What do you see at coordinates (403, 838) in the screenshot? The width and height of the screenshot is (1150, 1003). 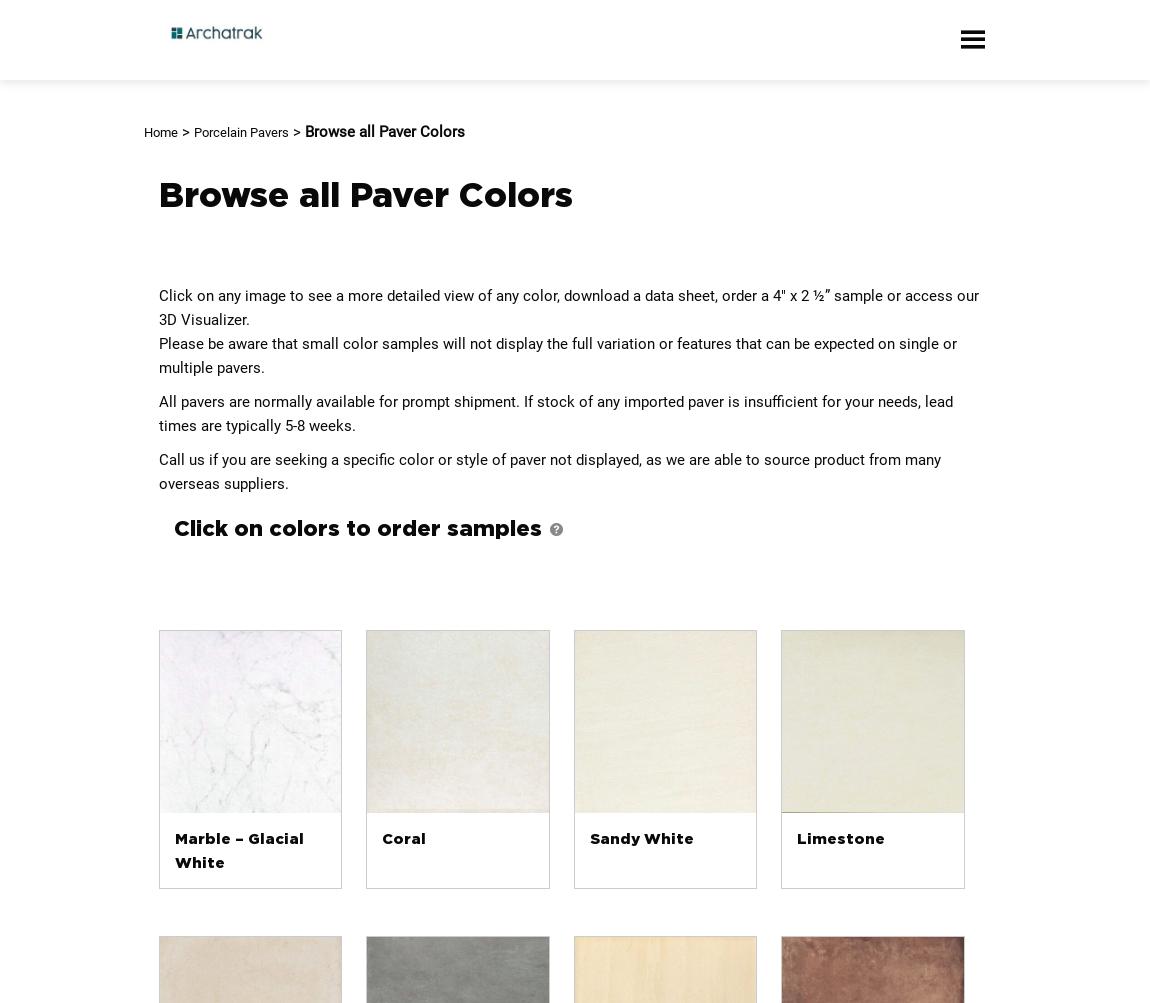 I see `'Coral'` at bounding box center [403, 838].